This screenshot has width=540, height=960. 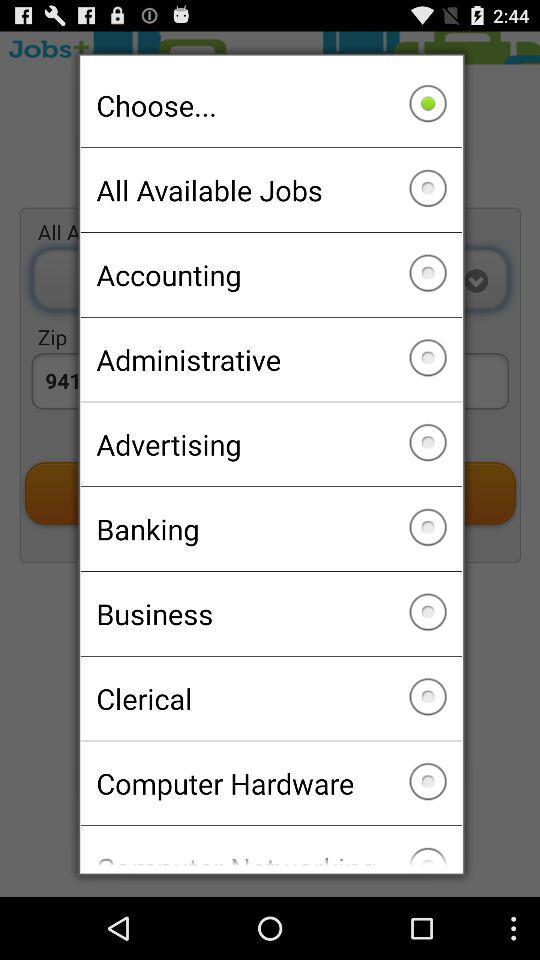 What do you see at coordinates (270, 612) in the screenshot?
I see `business` at bounding box center [270, 612].